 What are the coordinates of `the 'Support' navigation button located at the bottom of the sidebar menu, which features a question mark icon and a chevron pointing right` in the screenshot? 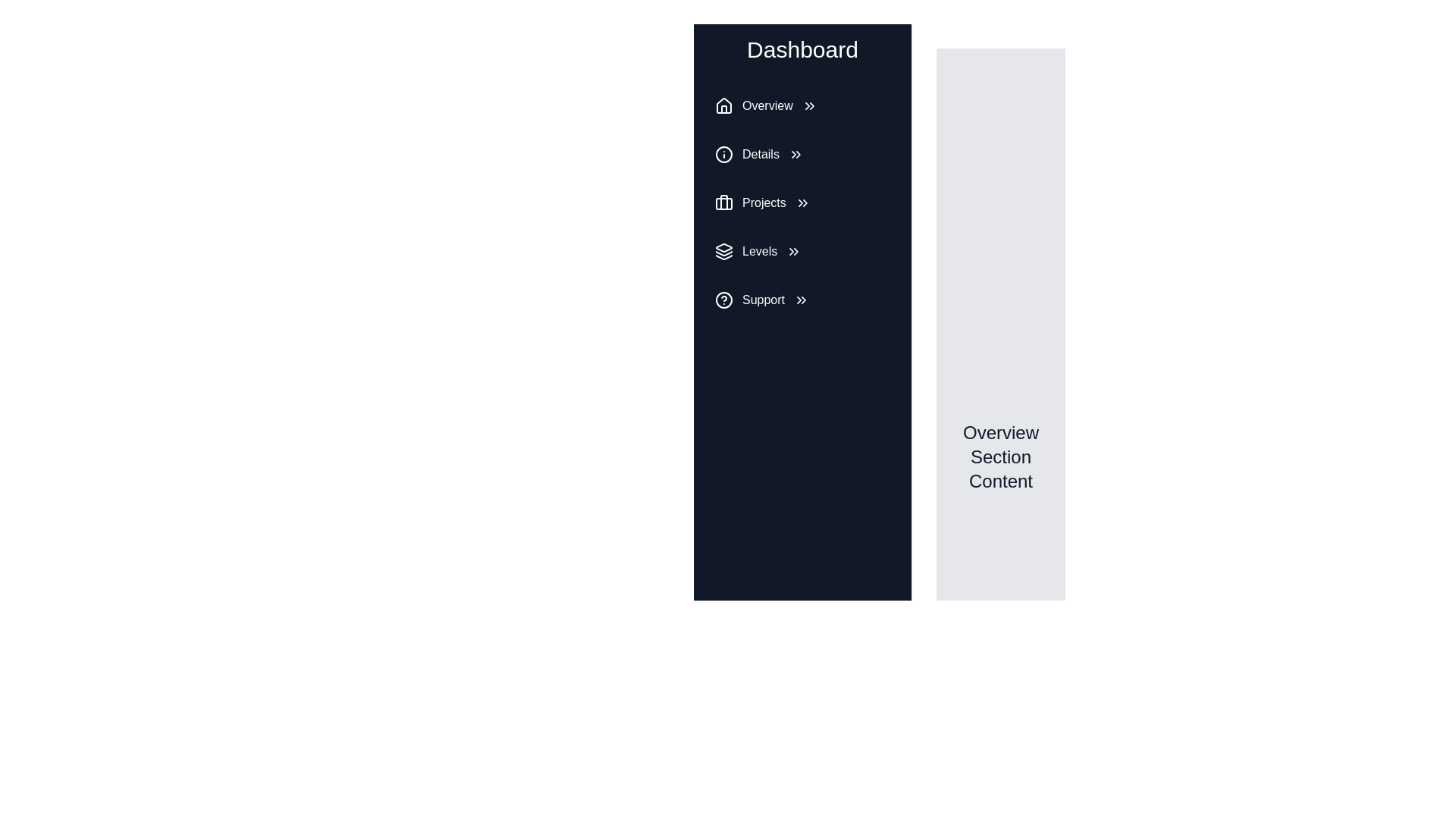 It's located at (802, 300).